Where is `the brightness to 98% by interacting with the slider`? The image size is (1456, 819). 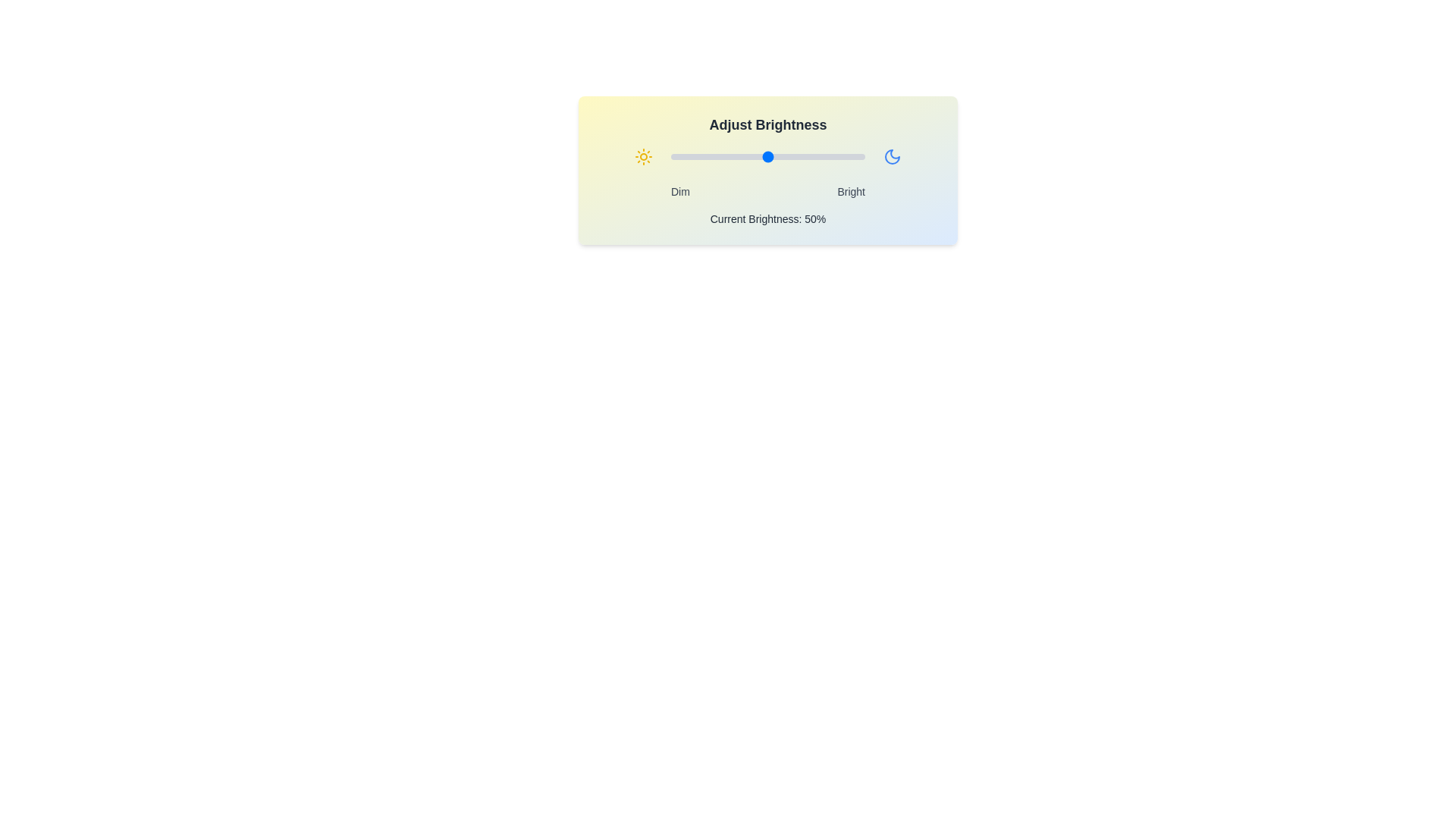 the brightness to 98% by interacting with the slider is located at coordinates (861, 157).